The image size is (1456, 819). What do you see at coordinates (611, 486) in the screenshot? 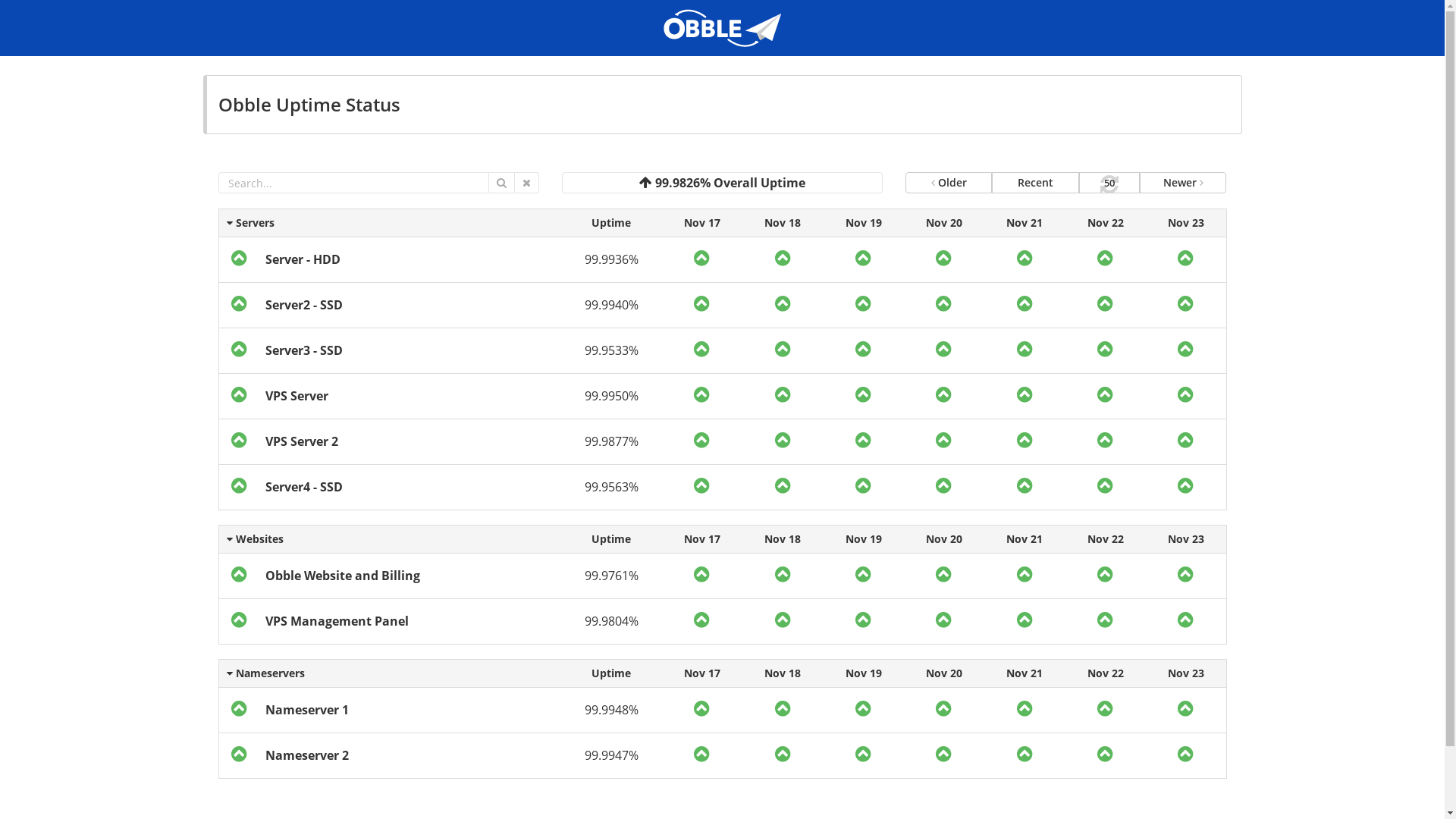
I see `'99.9563%'` at bounding box center [611, 486].